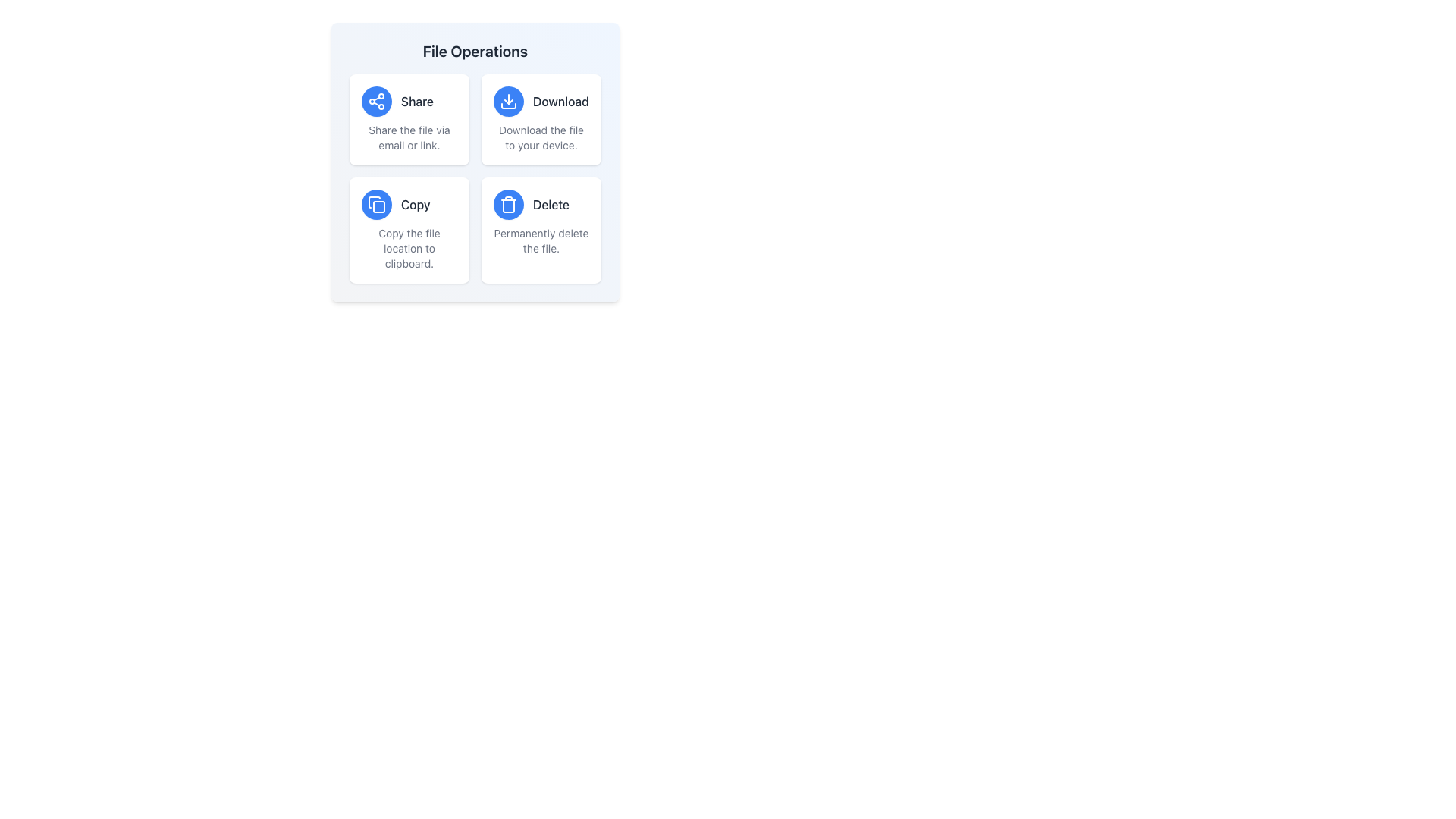 The height and width of the screenshot is (819, 1456). Describe the element at coordinates (509, 102) in the screenshot. I see `the download icon located at the top-right of the 'Download' option in the 'File Operations' panel to initiate the download` at that location.